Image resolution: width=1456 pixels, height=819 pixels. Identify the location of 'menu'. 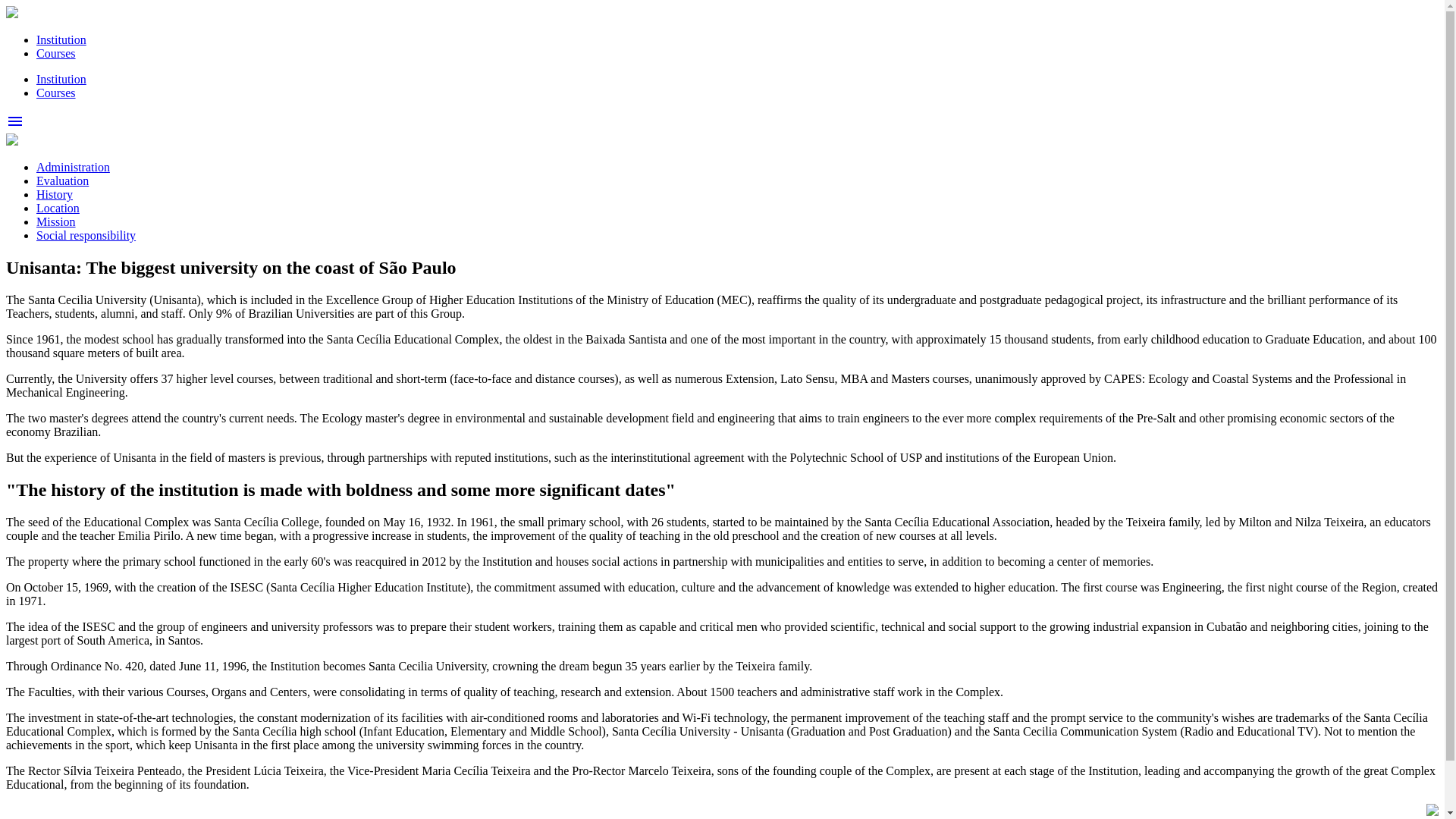
(6, 125).